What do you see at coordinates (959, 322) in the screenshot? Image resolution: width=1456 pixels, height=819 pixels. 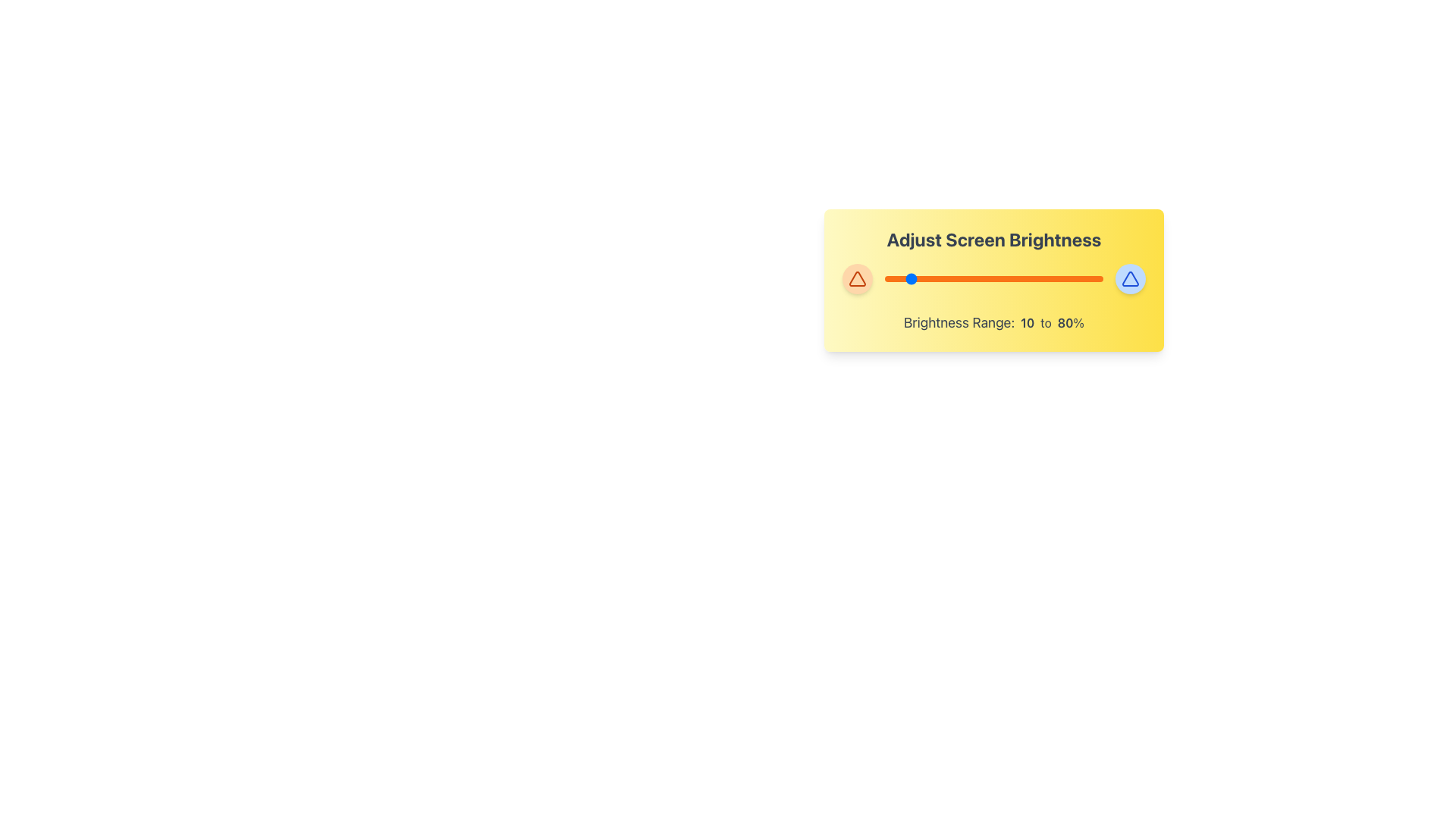 I see `the static text element that reads 'Brightness Range:' styled with a large and bold font, located on the bottom portion of the brightness adjustment interface and situated in a light yellow background panel` at bounding box center [959, 322].